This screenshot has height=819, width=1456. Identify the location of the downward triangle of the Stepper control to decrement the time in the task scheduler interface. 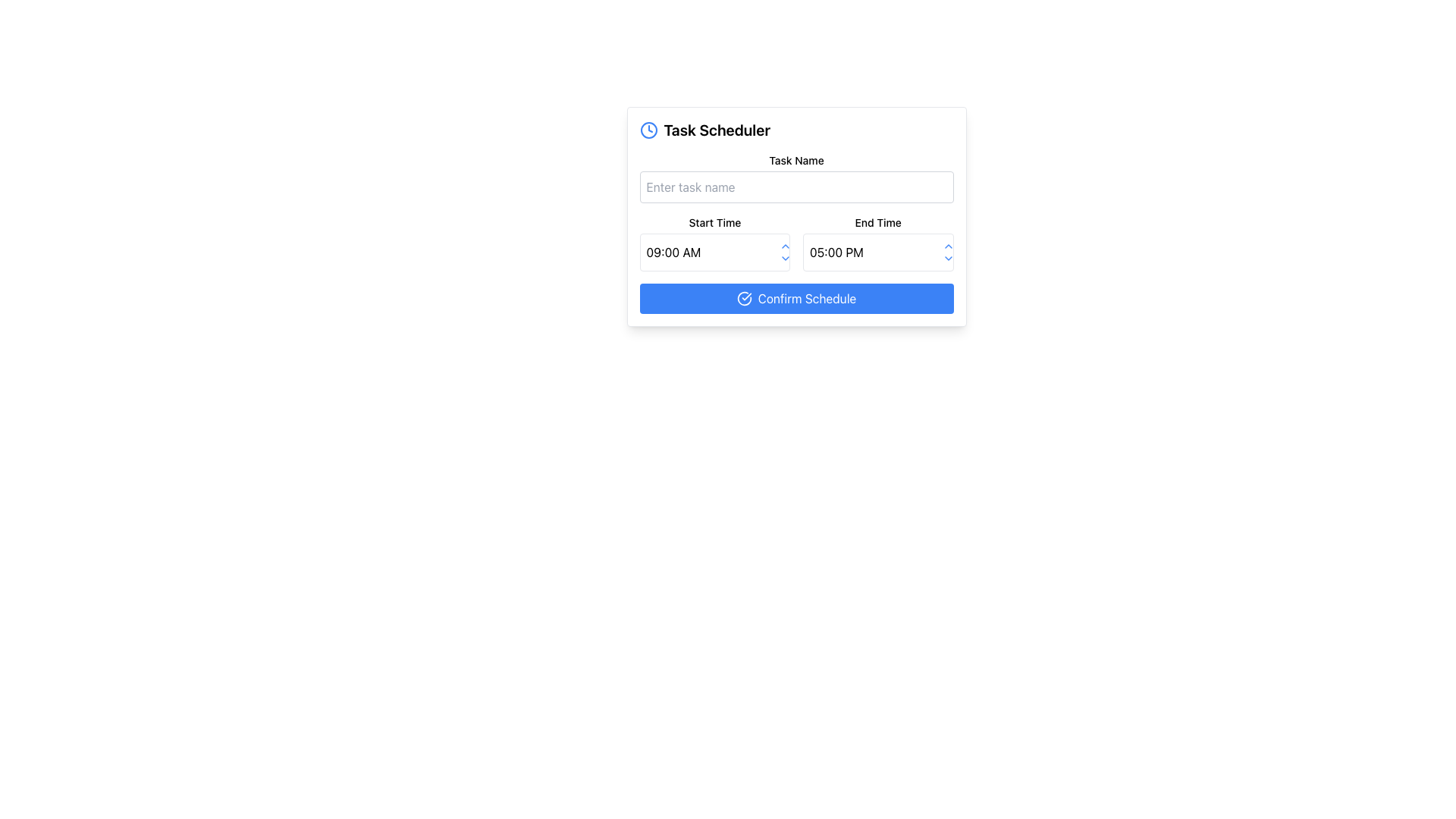
(785, 251).